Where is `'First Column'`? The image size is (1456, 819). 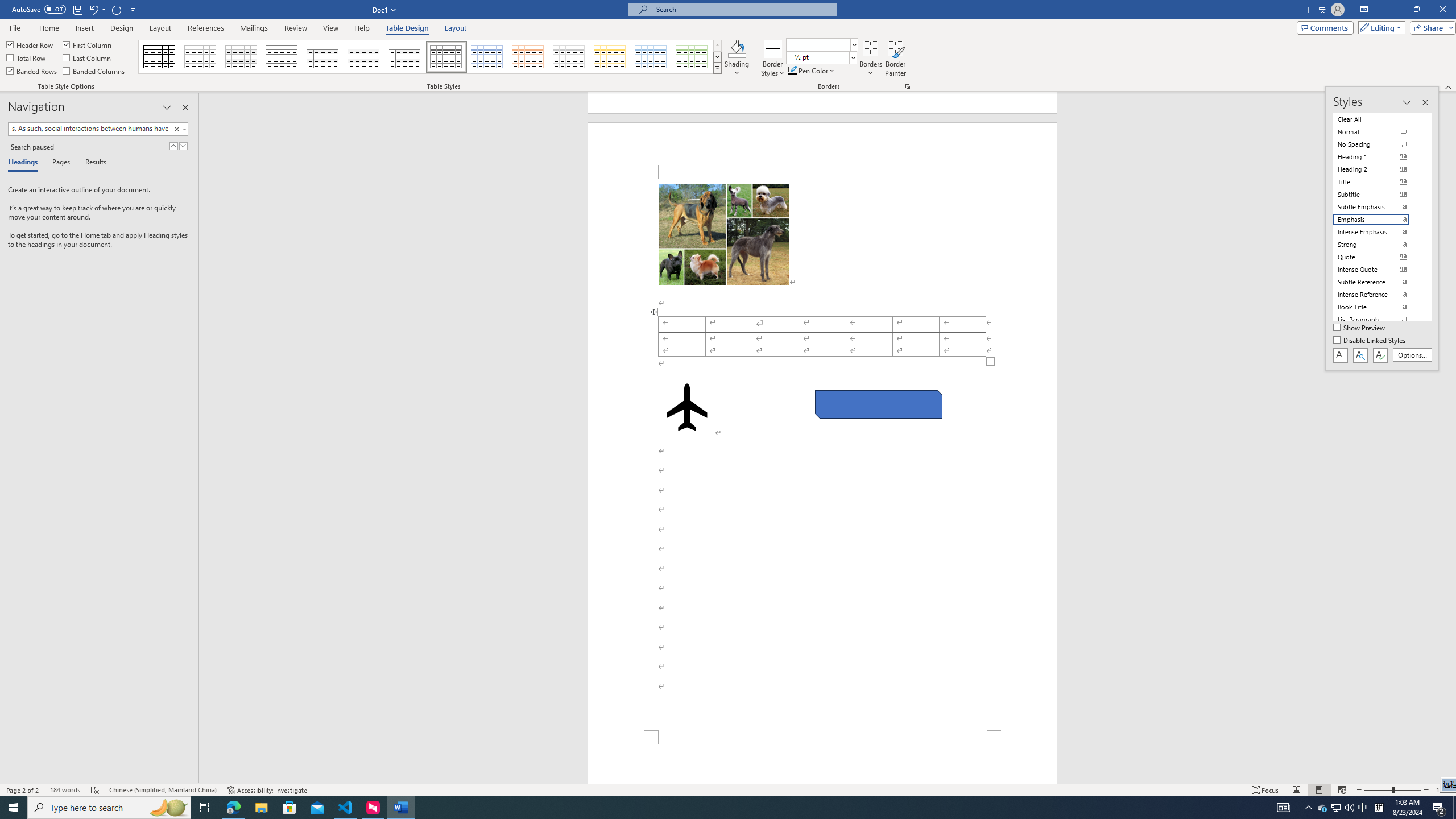 'First Column' is located at coordinates (88, 44).